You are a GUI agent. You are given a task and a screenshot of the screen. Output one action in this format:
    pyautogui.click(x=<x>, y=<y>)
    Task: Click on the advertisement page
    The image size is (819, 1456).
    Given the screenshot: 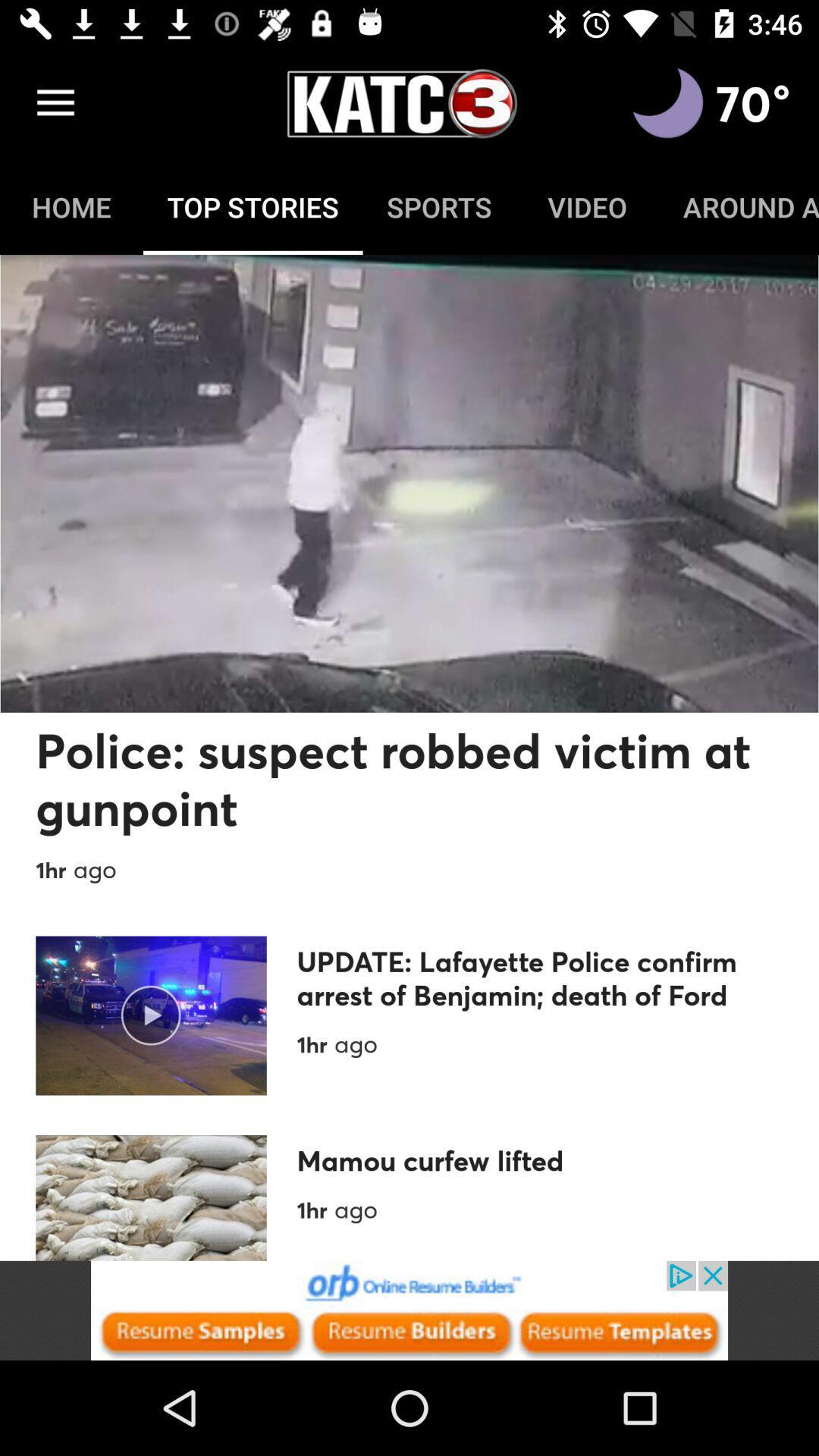 What is the action you would take?
    pyautogui.click(x=409, y=1310)
    